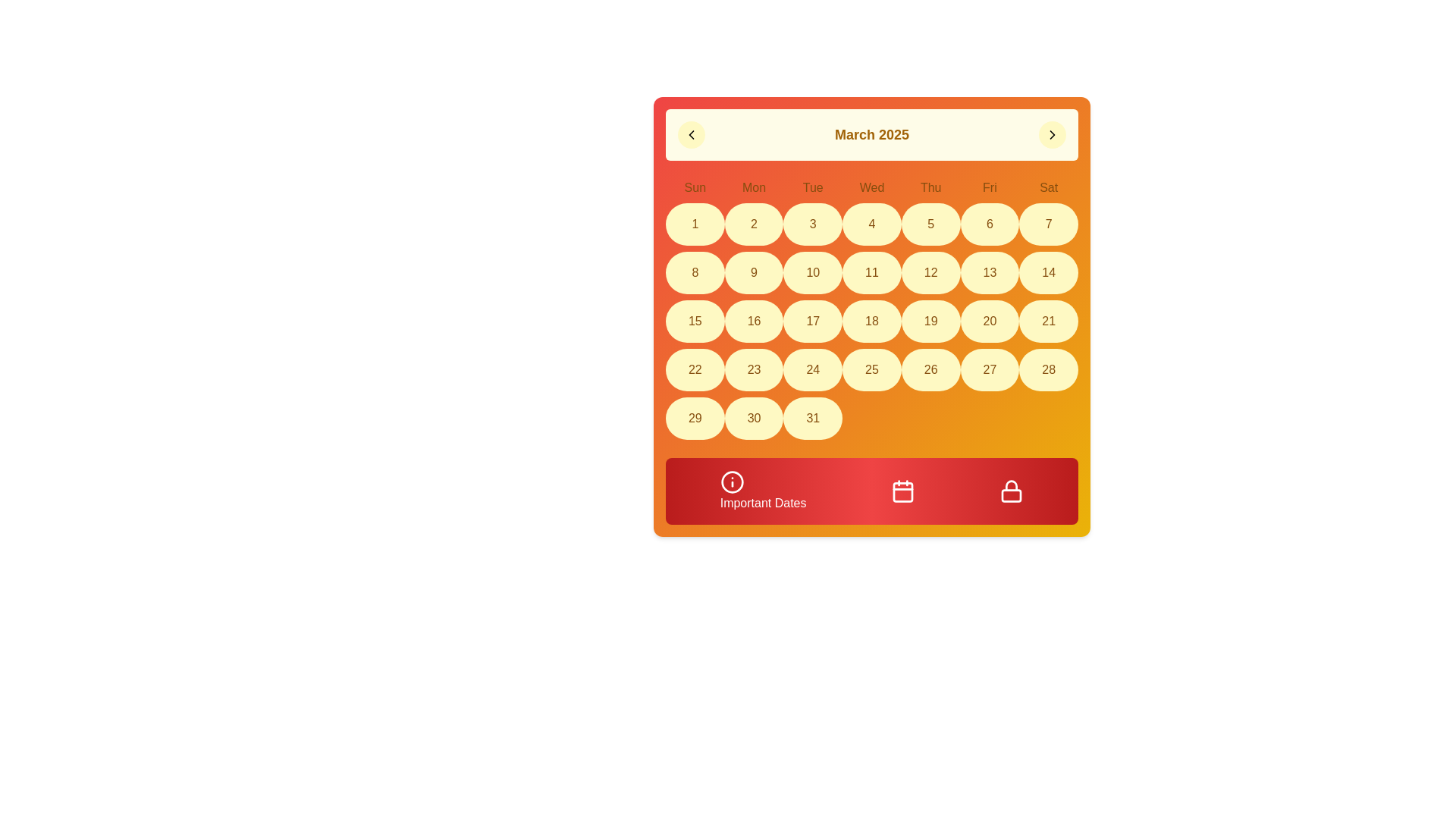  I want to click on the Chevron icon located in the top-left corner of the calendar's navigation header, so click(691, 133).